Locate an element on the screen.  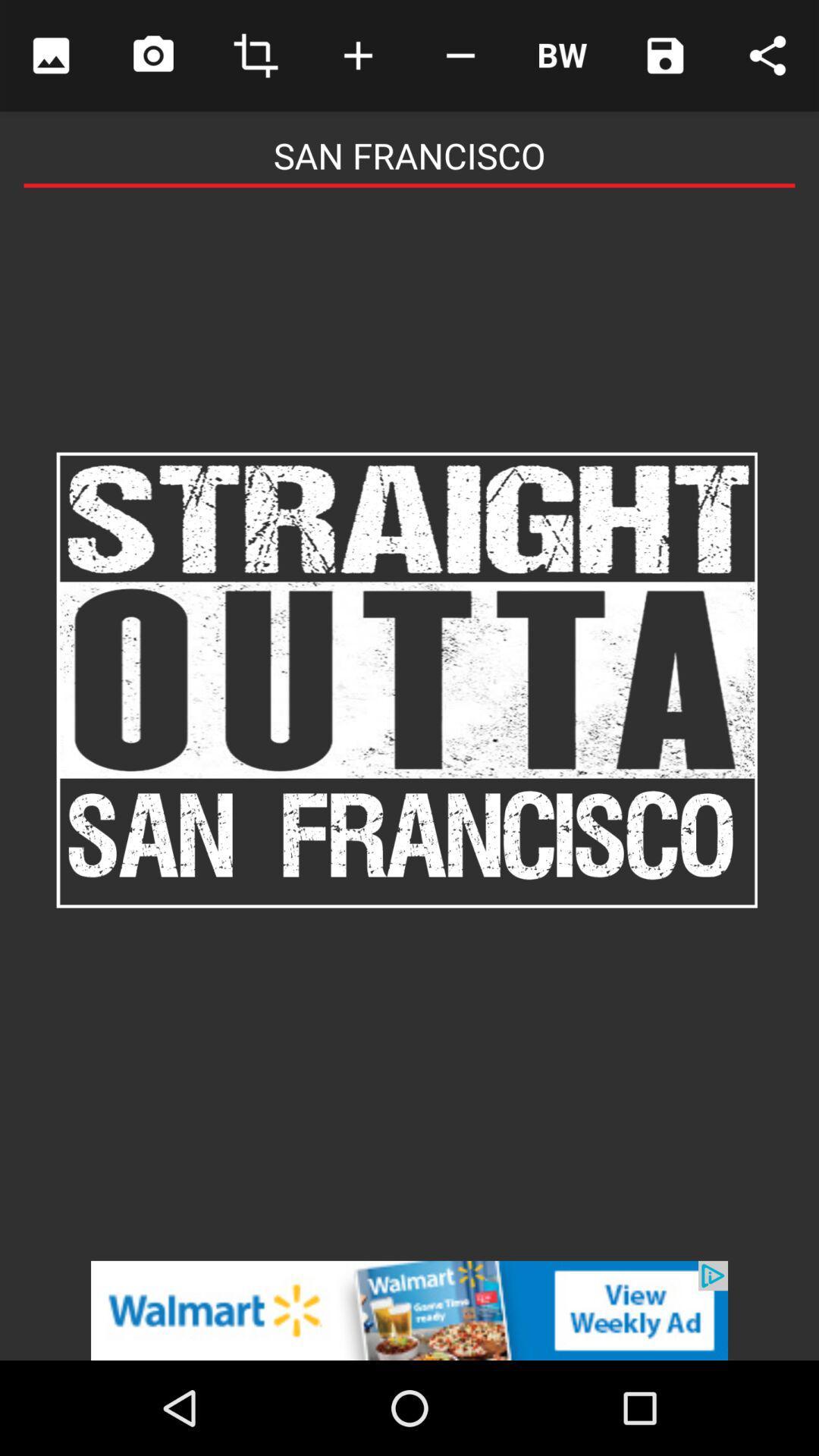
the save icon is located at coordinates (664, 55).